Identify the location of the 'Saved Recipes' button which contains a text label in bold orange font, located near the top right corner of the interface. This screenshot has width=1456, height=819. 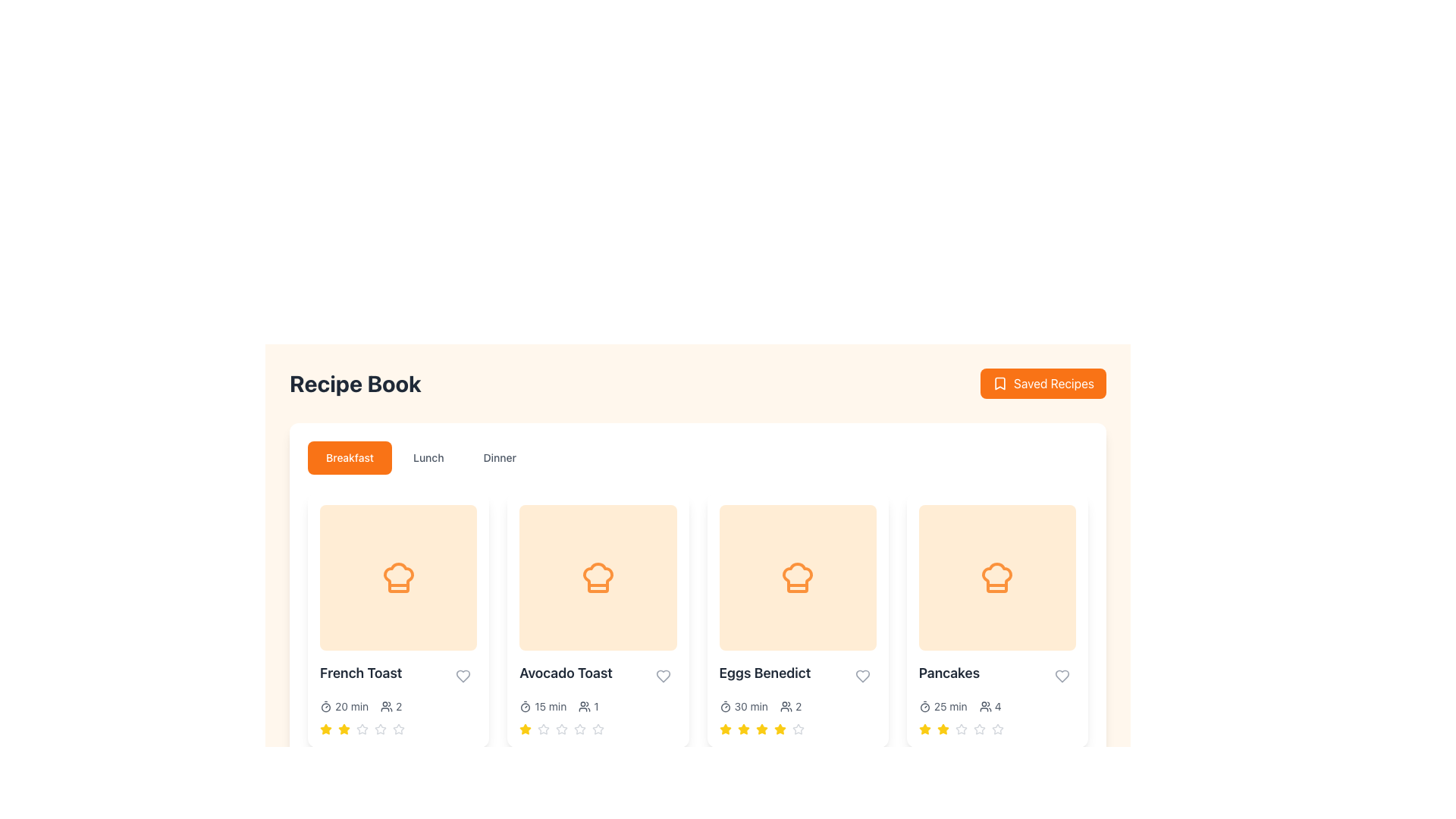
(1053, 382).